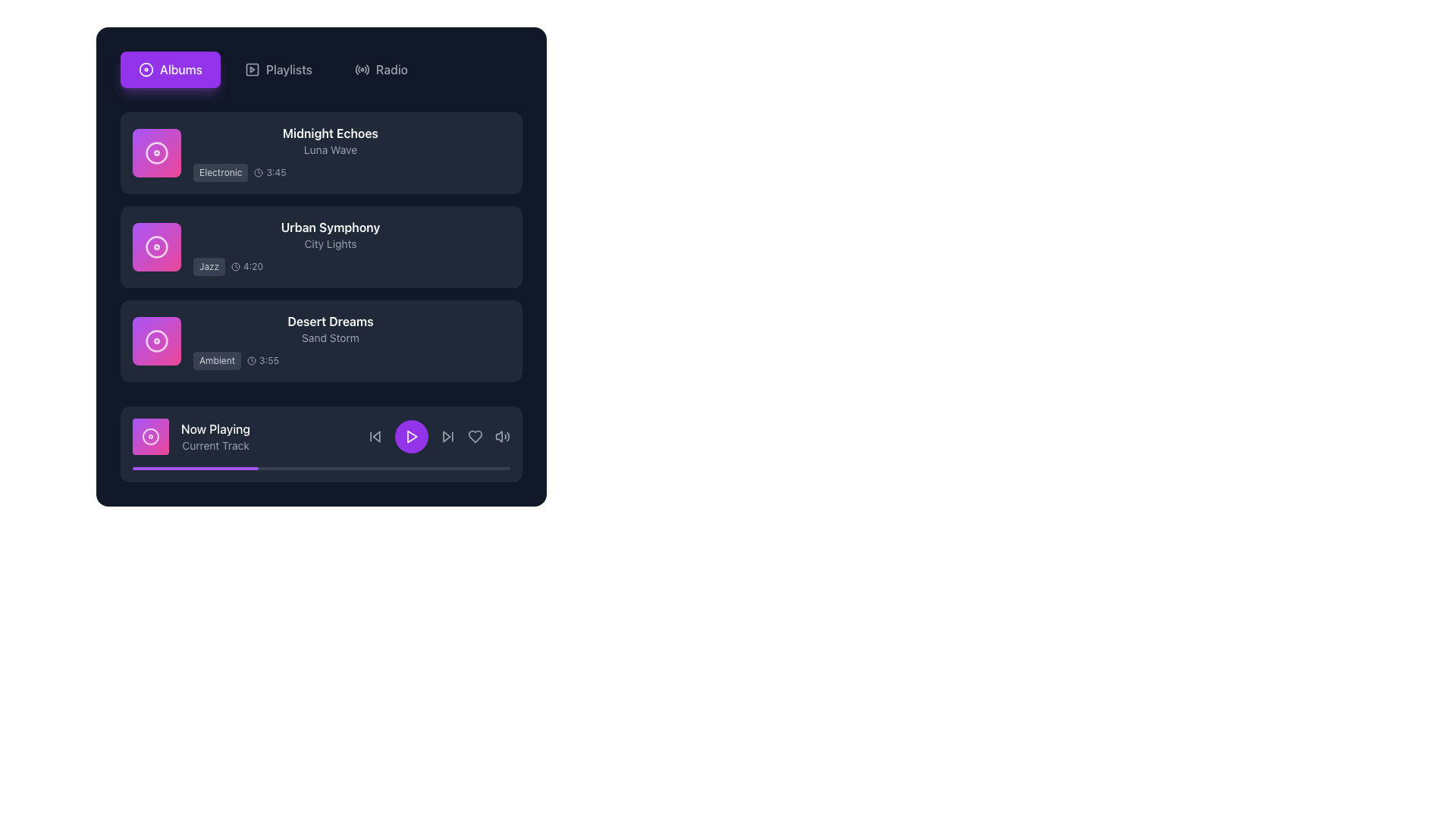 This screenshot has height=819, width=1456. Describe the element at coordinates (330, 337) in the screenshot. I see `the text label that displays 'Sand Storm' in gray color, located below the title 'Desert Dreams' in the third listing under the 'Albums' section` at that location.